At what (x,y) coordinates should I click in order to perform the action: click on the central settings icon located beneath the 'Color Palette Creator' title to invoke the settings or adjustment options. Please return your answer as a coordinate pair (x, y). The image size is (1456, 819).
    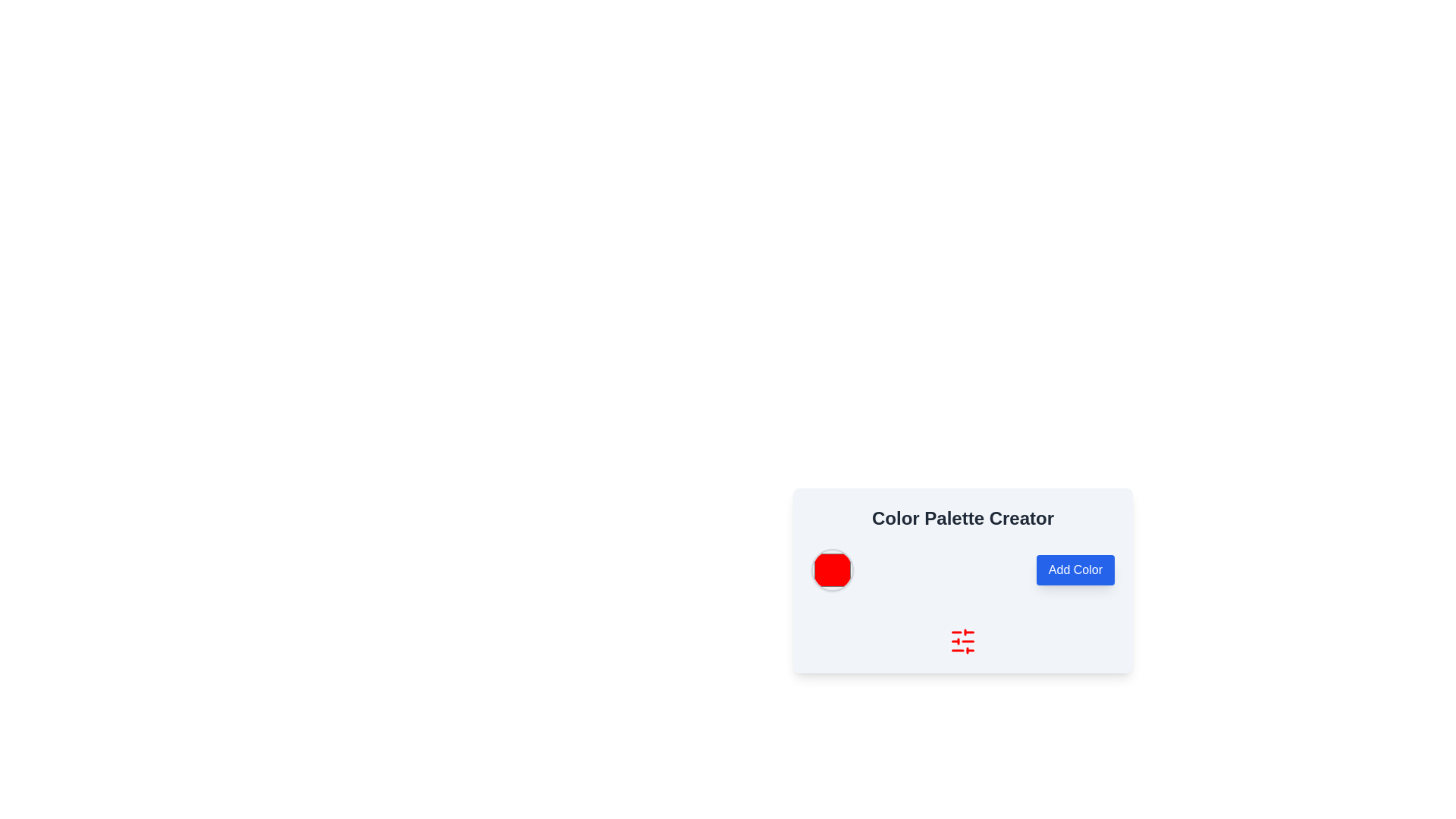
    Looking at the image, I should click on (962, 641).